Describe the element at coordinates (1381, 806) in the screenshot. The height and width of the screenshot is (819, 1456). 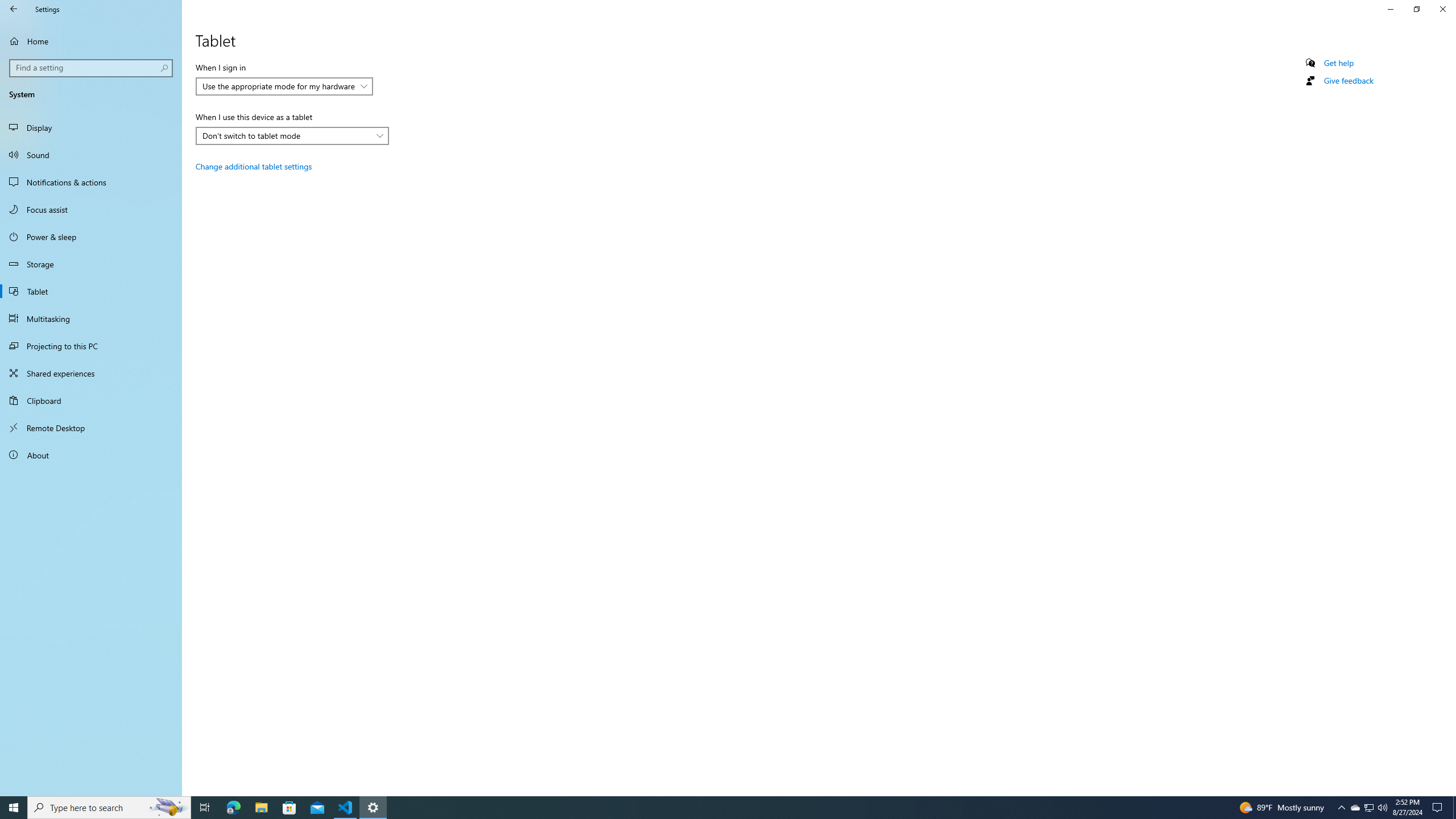
I see `'Q2790: 100%'` at that location.